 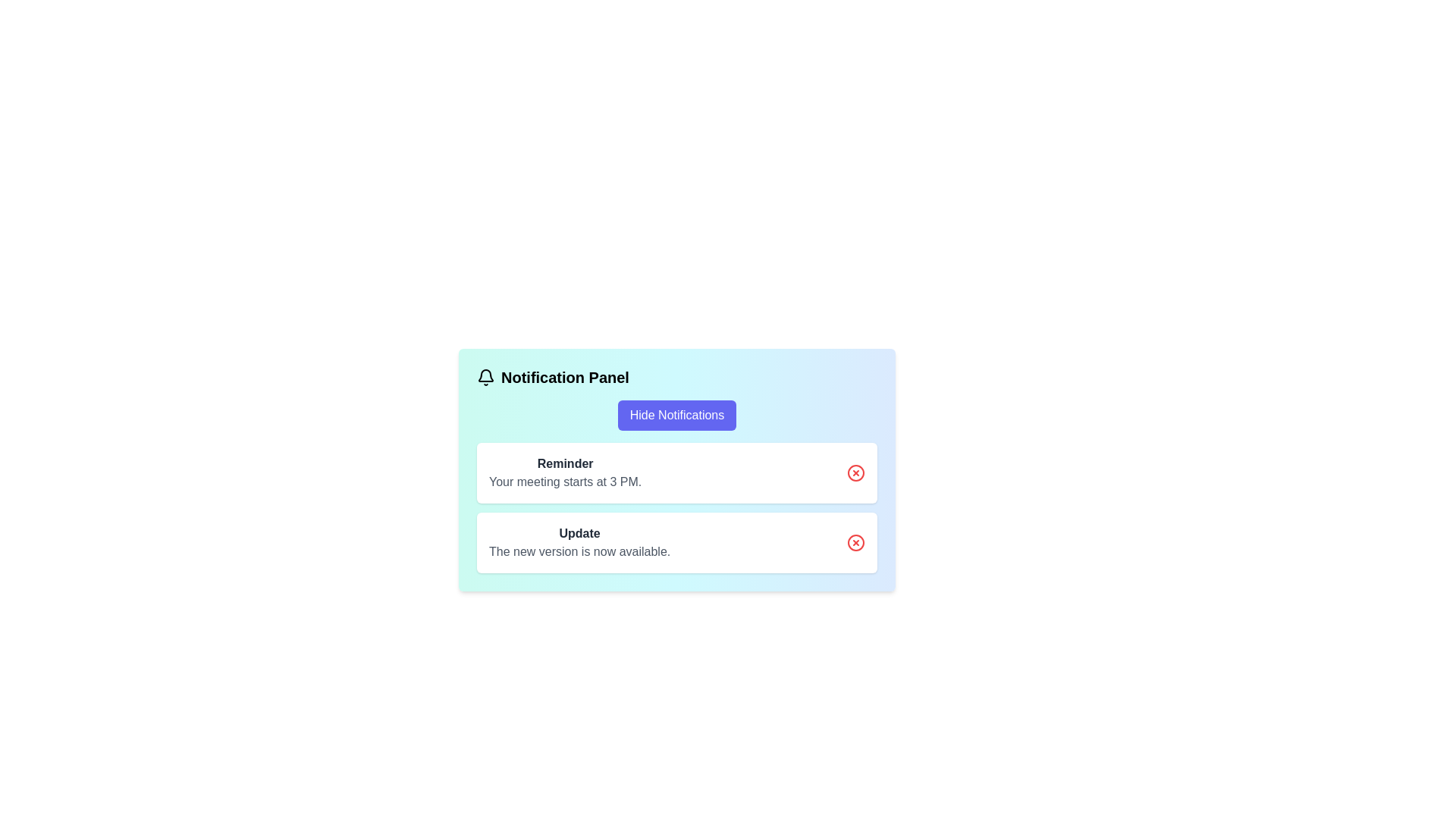 What do you see at coordinates (486, 376) in the screenshot?
I see `the notification icon located within the 'Notification Panel' section, positioned to the left of the title text 'Notification Panel'` at bounding box center [486, 376].